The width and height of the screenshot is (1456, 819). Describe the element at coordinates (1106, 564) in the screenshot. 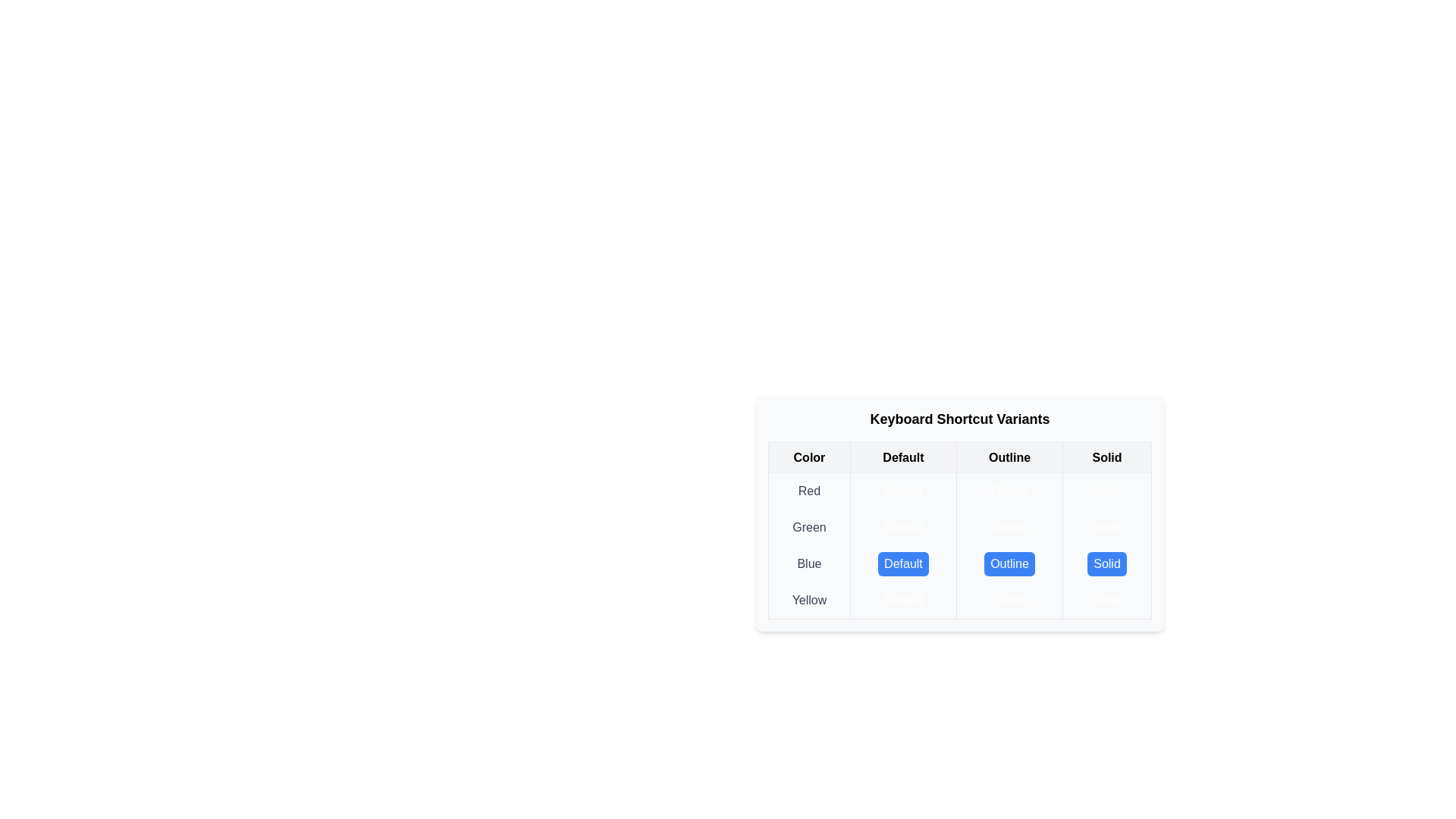

I see `the rectangular button labeled 'Solid' with a blue background and white text` at that location.